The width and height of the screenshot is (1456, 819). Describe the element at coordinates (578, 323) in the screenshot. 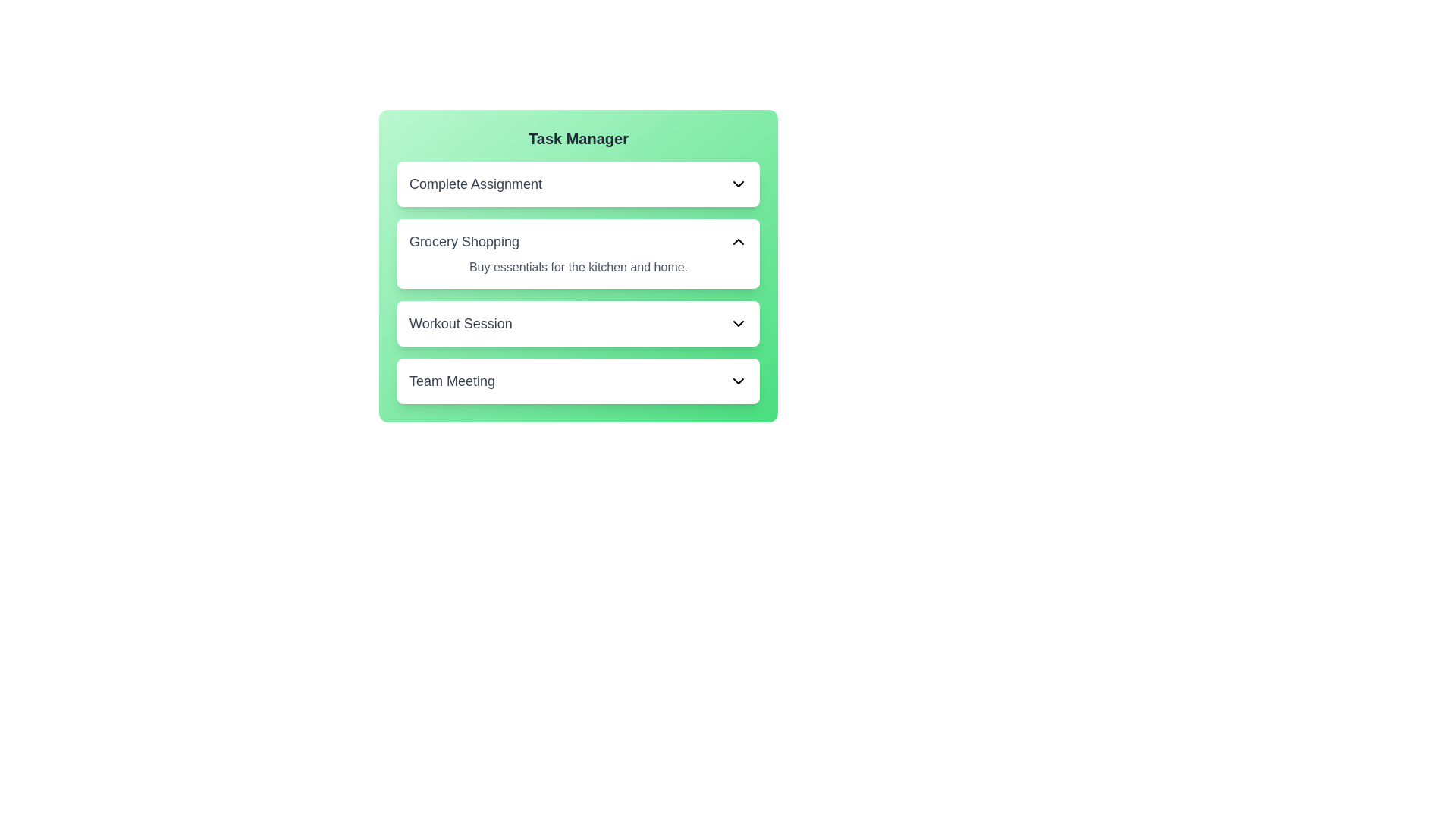

I see `the task card with title Workout Session` at that location.